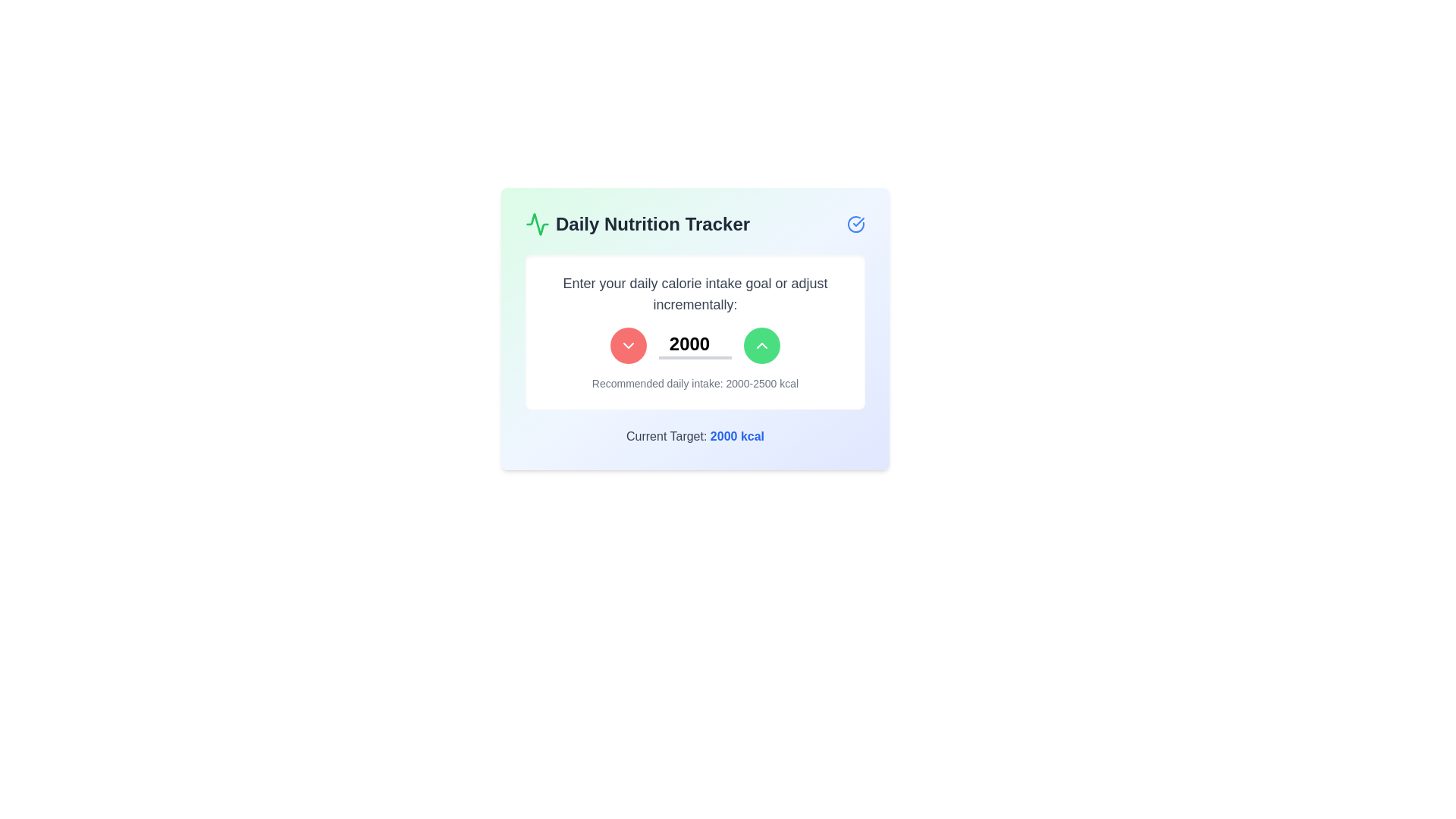  What do you see at coordinates (737, 436) in the screenshot?
I see `the text element displaying '2000 kcal' in bold blue font, located in the lower right section of the card component` at bounding box center [737, 436].